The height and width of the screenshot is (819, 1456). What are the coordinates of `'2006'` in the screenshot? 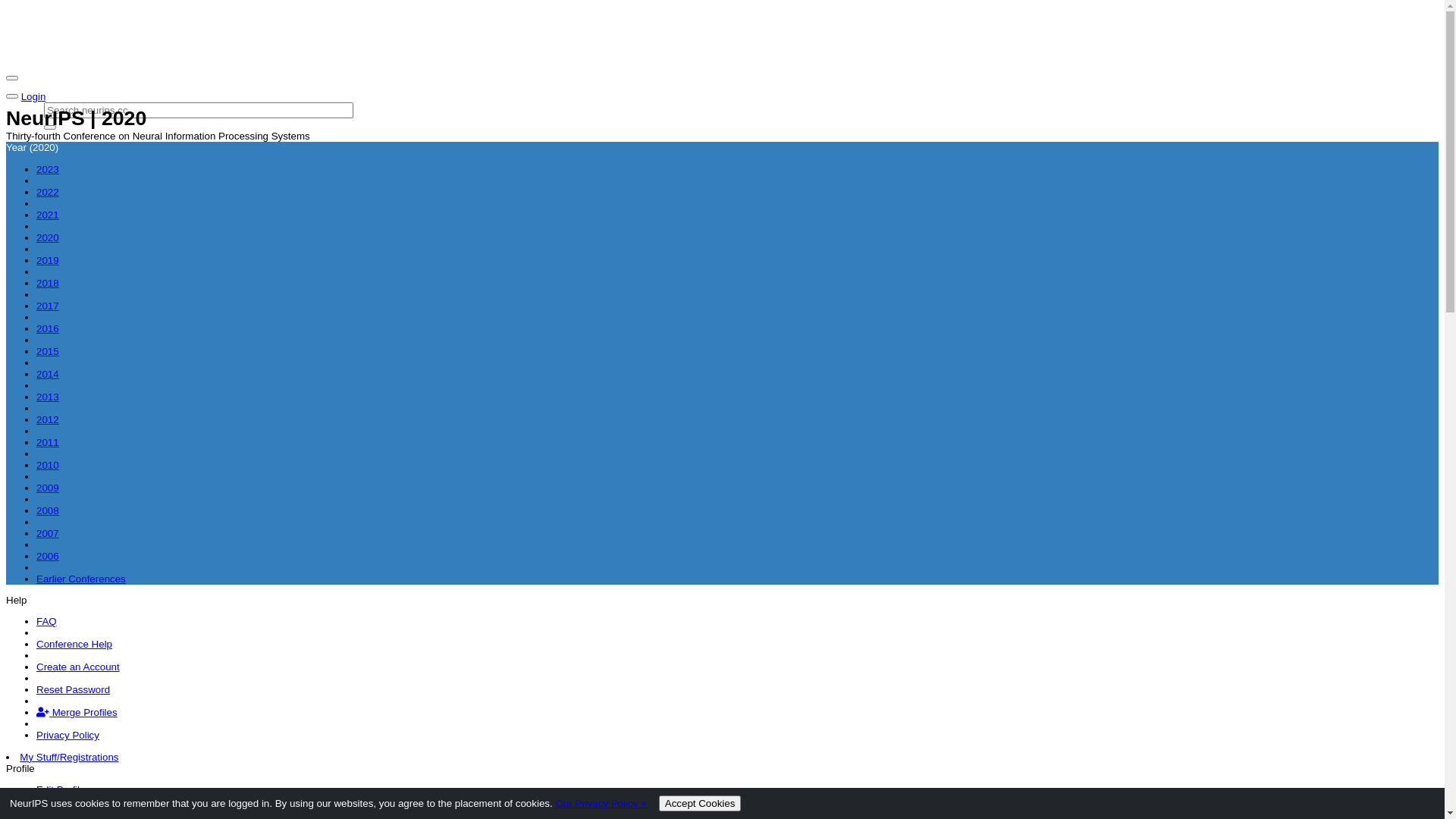 It's located at (47, 556).